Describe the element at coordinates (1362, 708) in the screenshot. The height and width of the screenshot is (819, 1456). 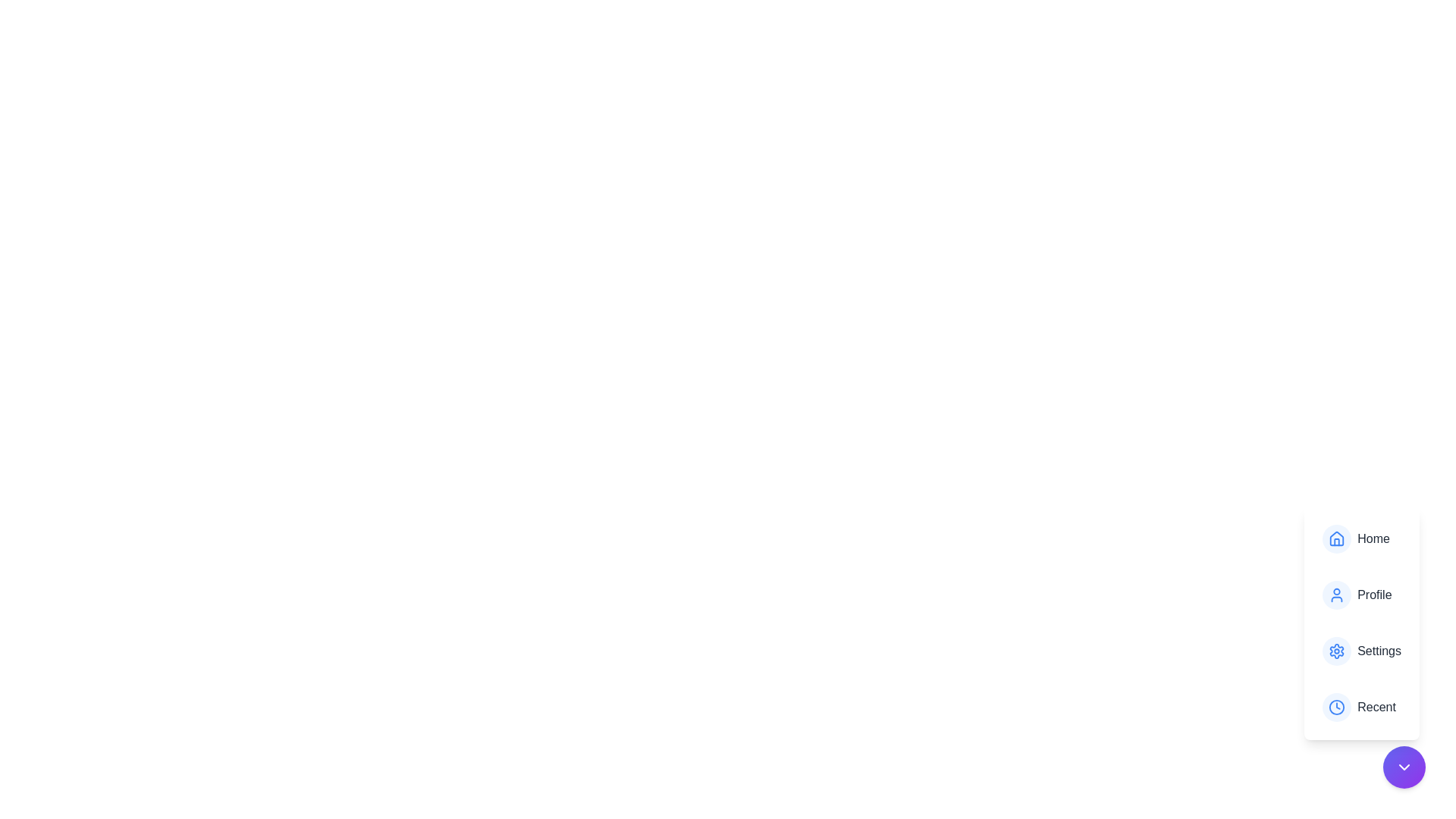
I see `the menu item Recent to trigger its action` at that location.